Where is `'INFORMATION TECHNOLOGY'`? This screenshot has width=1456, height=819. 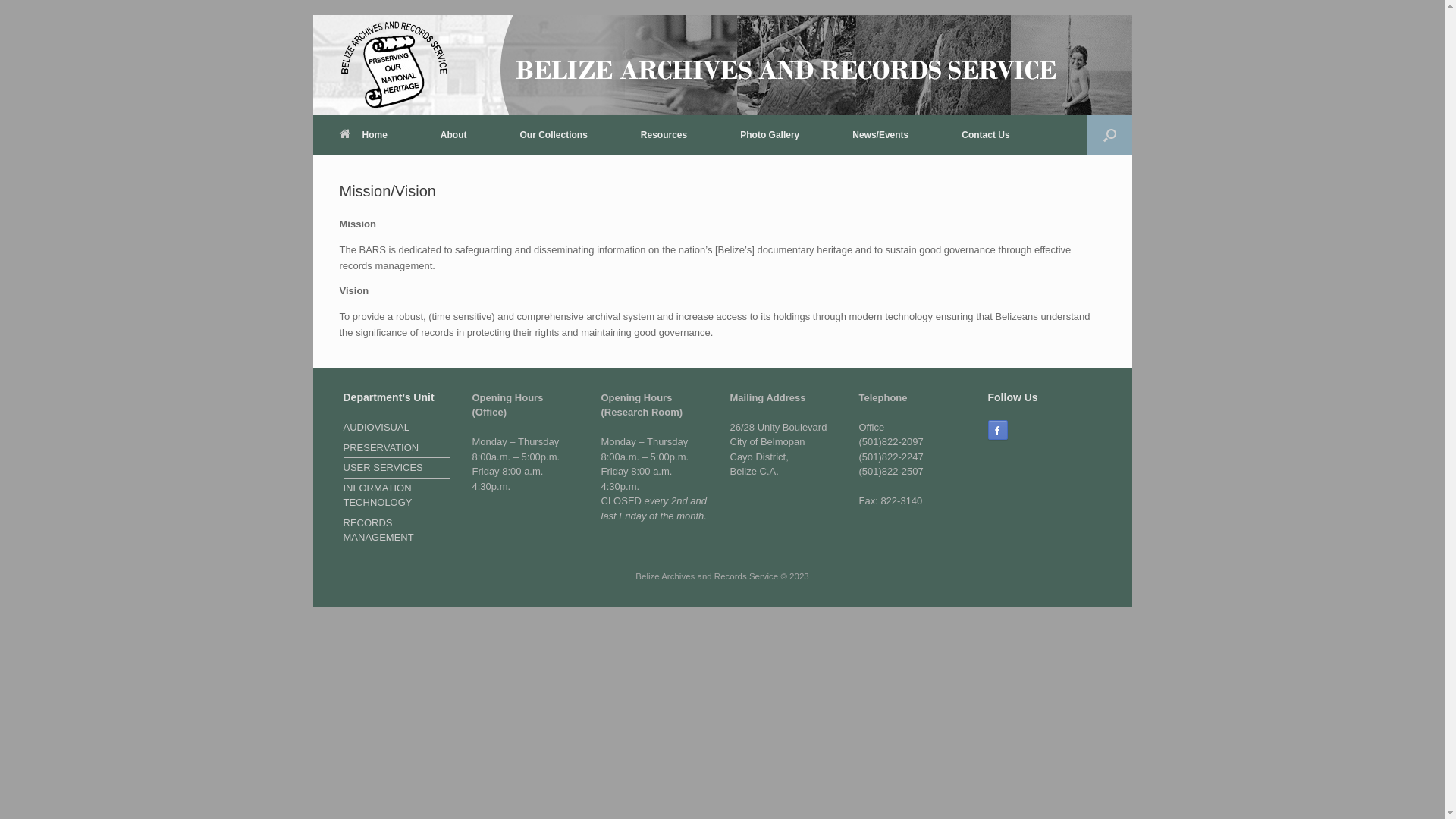
'INFORMATION TECHNOLOGY' is located at coordinates (396, 497).